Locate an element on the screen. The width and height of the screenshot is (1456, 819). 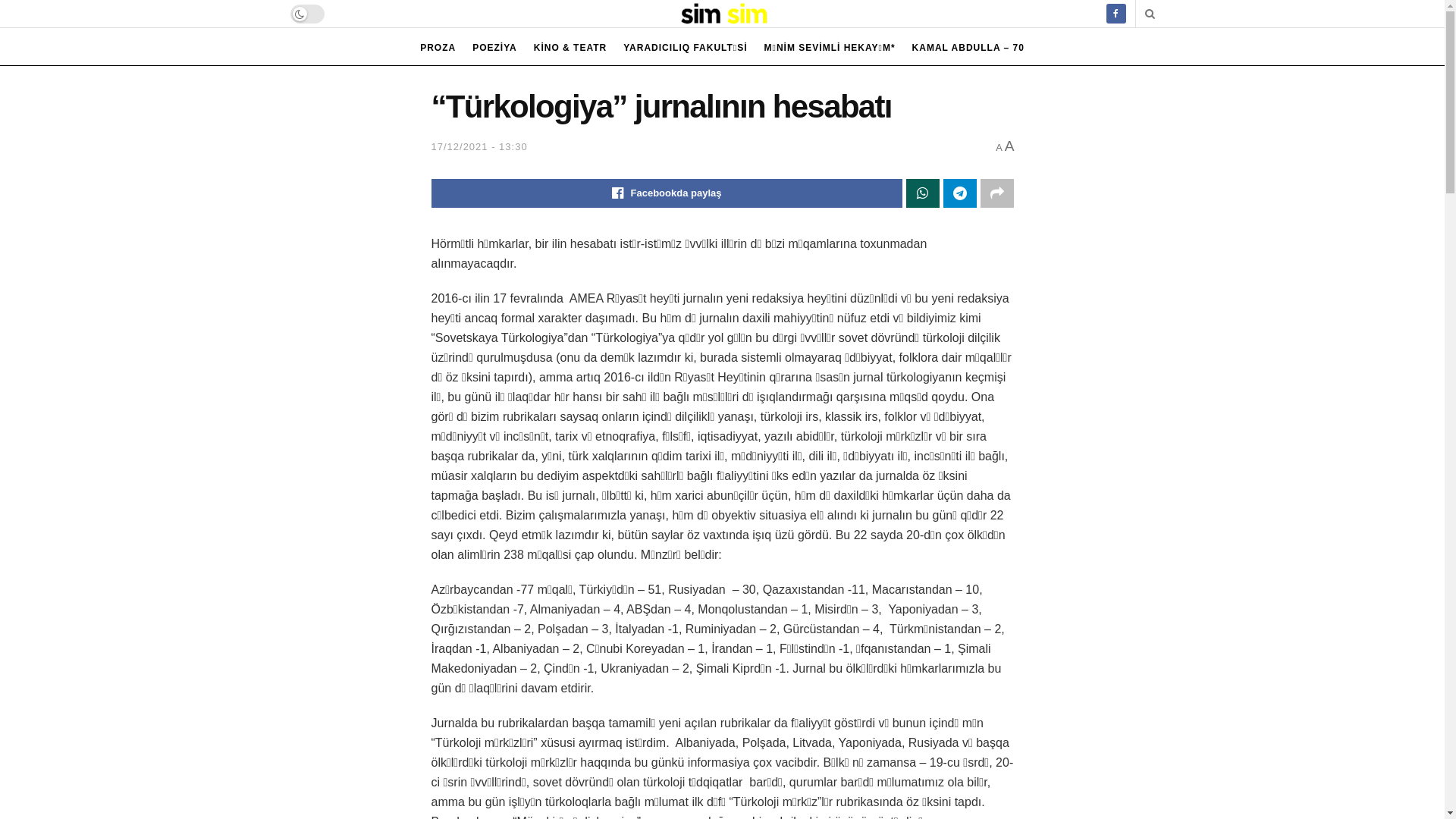
'KINO & TEATR' is located at coordinates (534, 46).